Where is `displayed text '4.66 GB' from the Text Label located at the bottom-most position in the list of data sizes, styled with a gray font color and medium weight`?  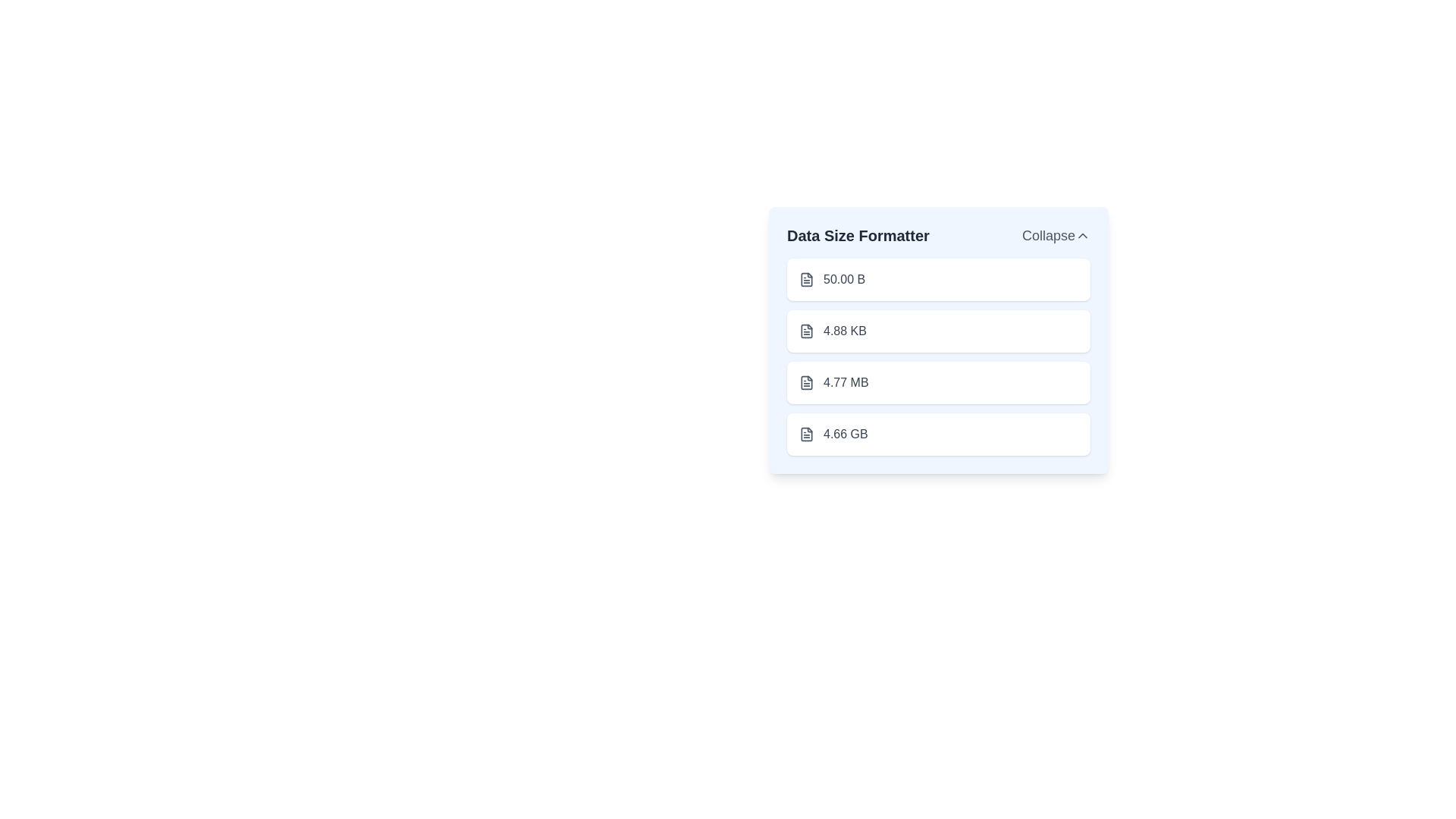 displayed text '4.66 GB' from the Text Label located at the bottom-most position in the list of data sizes, styled with a gray font color and medium weight is located at coordinates (845, 435).